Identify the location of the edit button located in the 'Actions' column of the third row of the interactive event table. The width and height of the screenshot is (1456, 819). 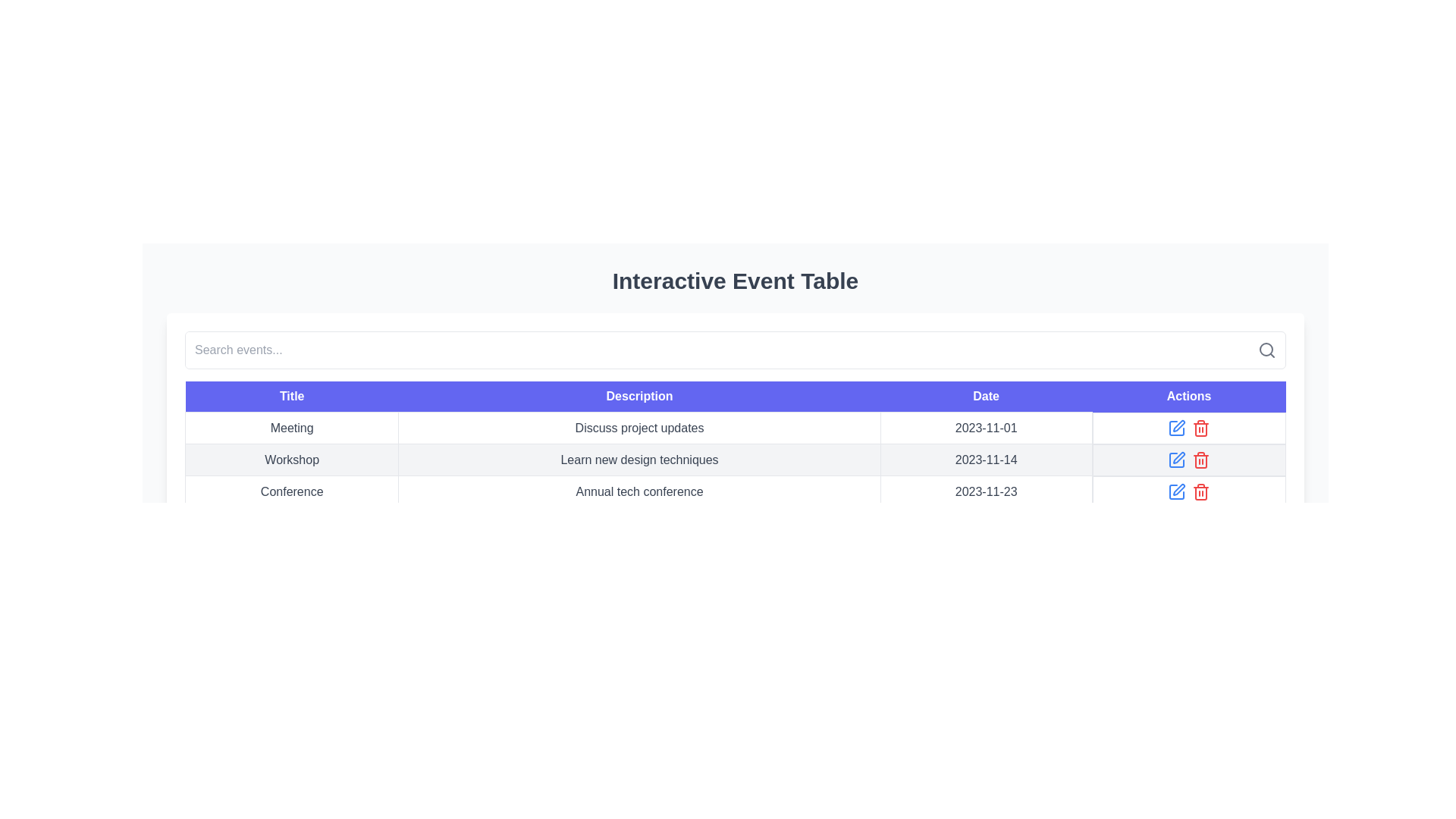
(1176, 491).